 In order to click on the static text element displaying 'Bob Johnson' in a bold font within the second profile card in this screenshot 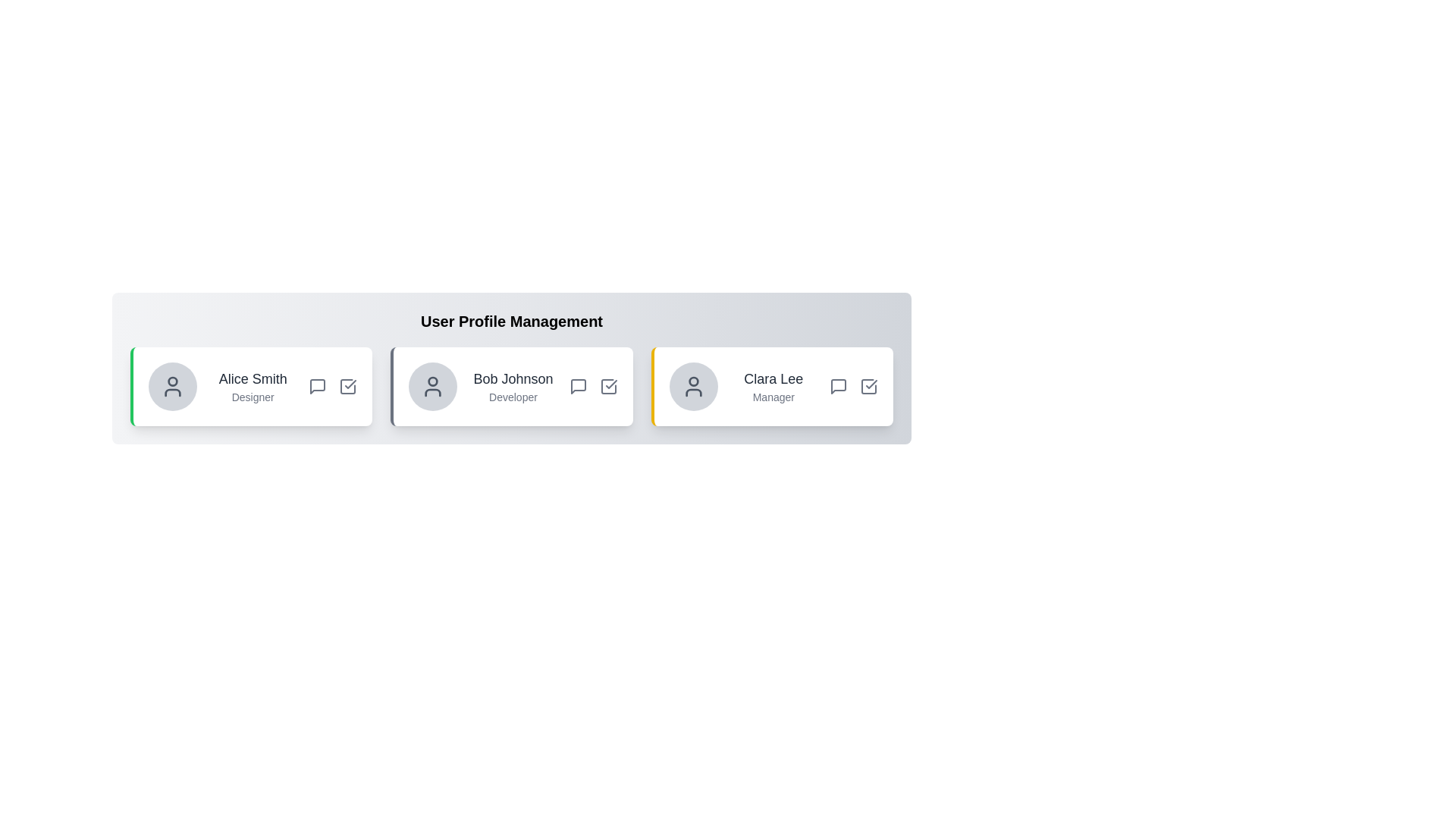, I will do `click(513, 378)`.